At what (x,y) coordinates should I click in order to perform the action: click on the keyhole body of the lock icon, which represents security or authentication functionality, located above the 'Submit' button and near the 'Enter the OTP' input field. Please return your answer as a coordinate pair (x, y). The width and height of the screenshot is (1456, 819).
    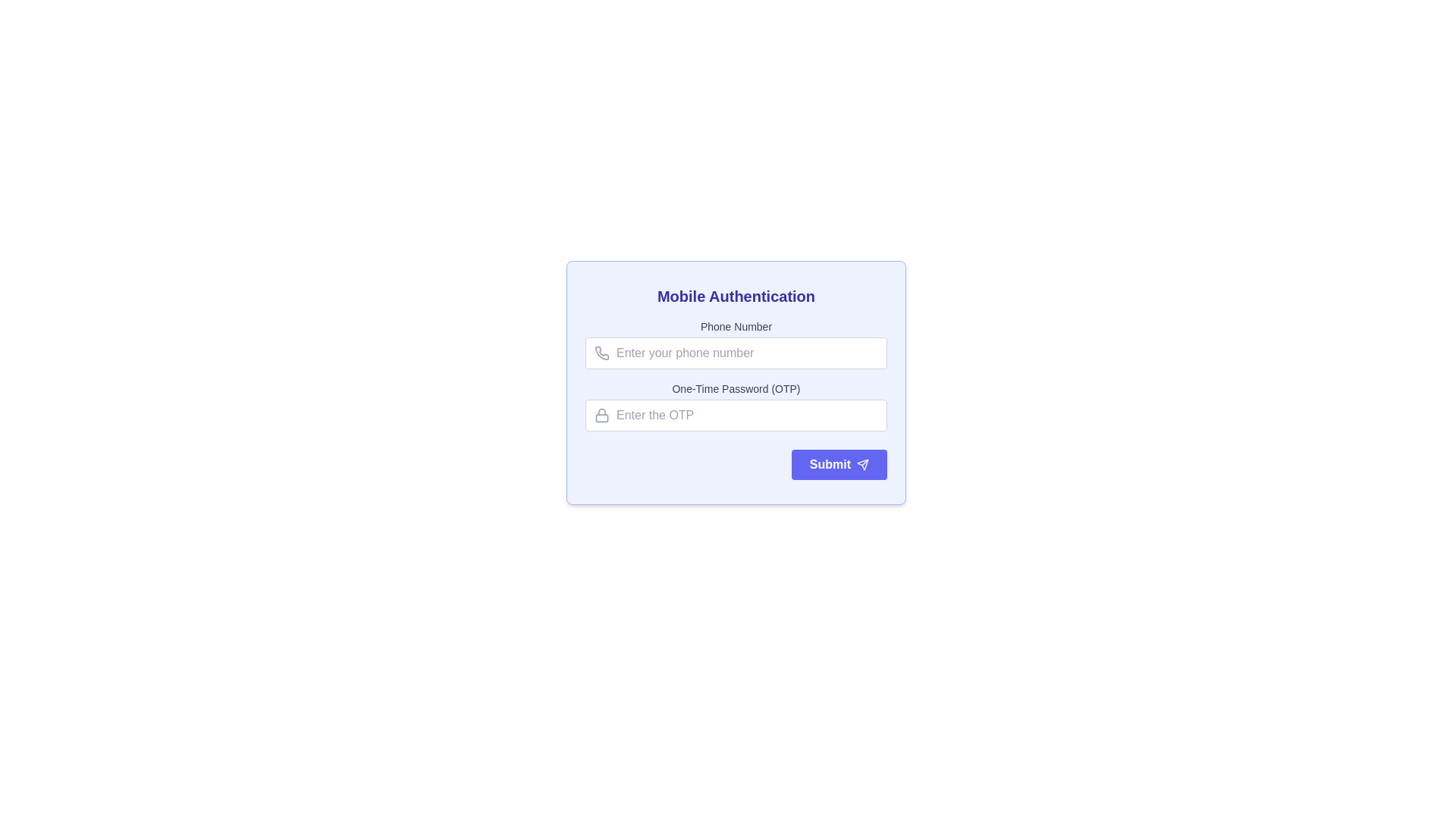
    Looking at the image, I should click on (601, 418).